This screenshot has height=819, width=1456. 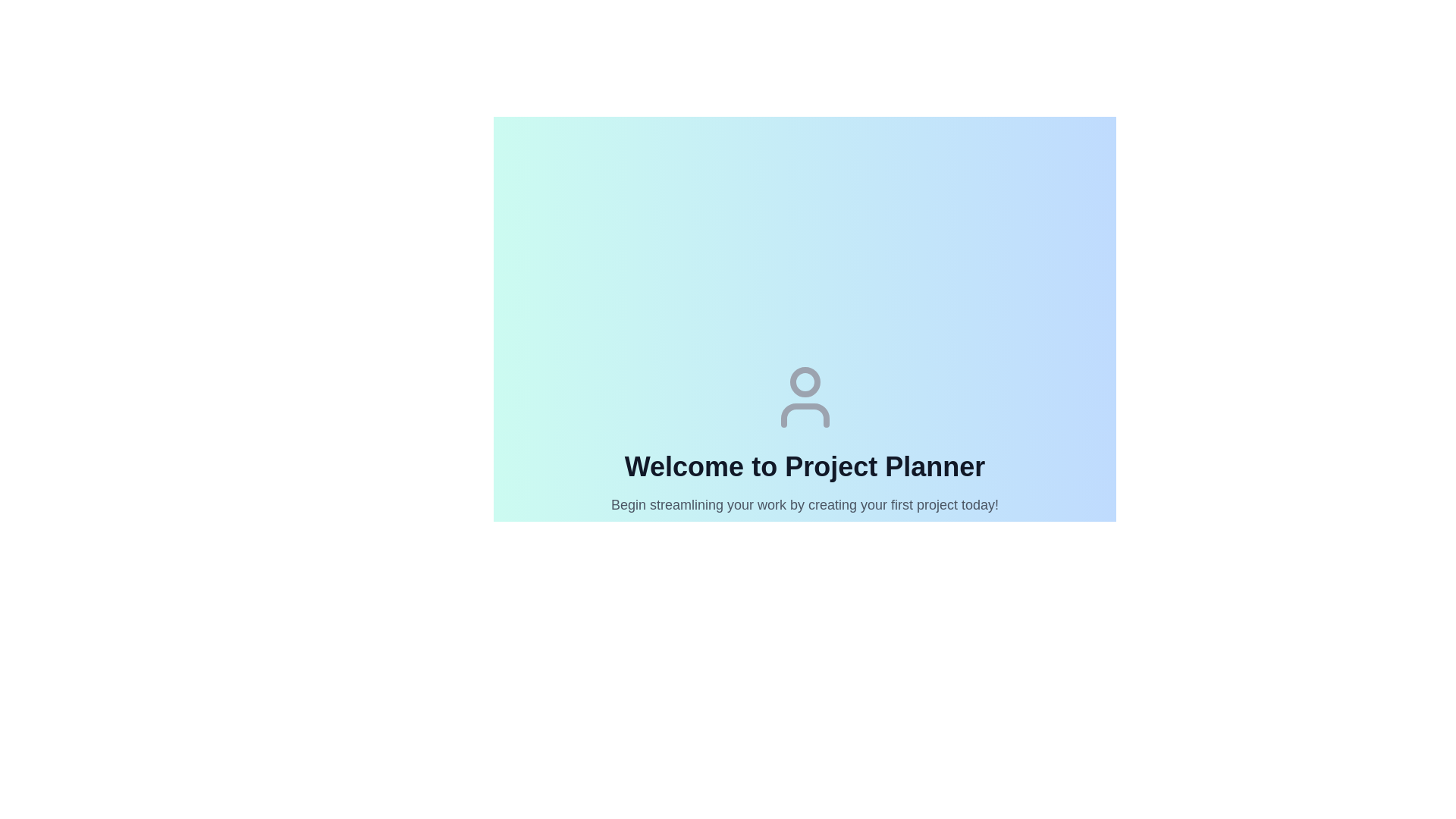 I want to click on motivational text label located beneath the main title text, which encourages users to create their first project, so click(x=804, y=505).